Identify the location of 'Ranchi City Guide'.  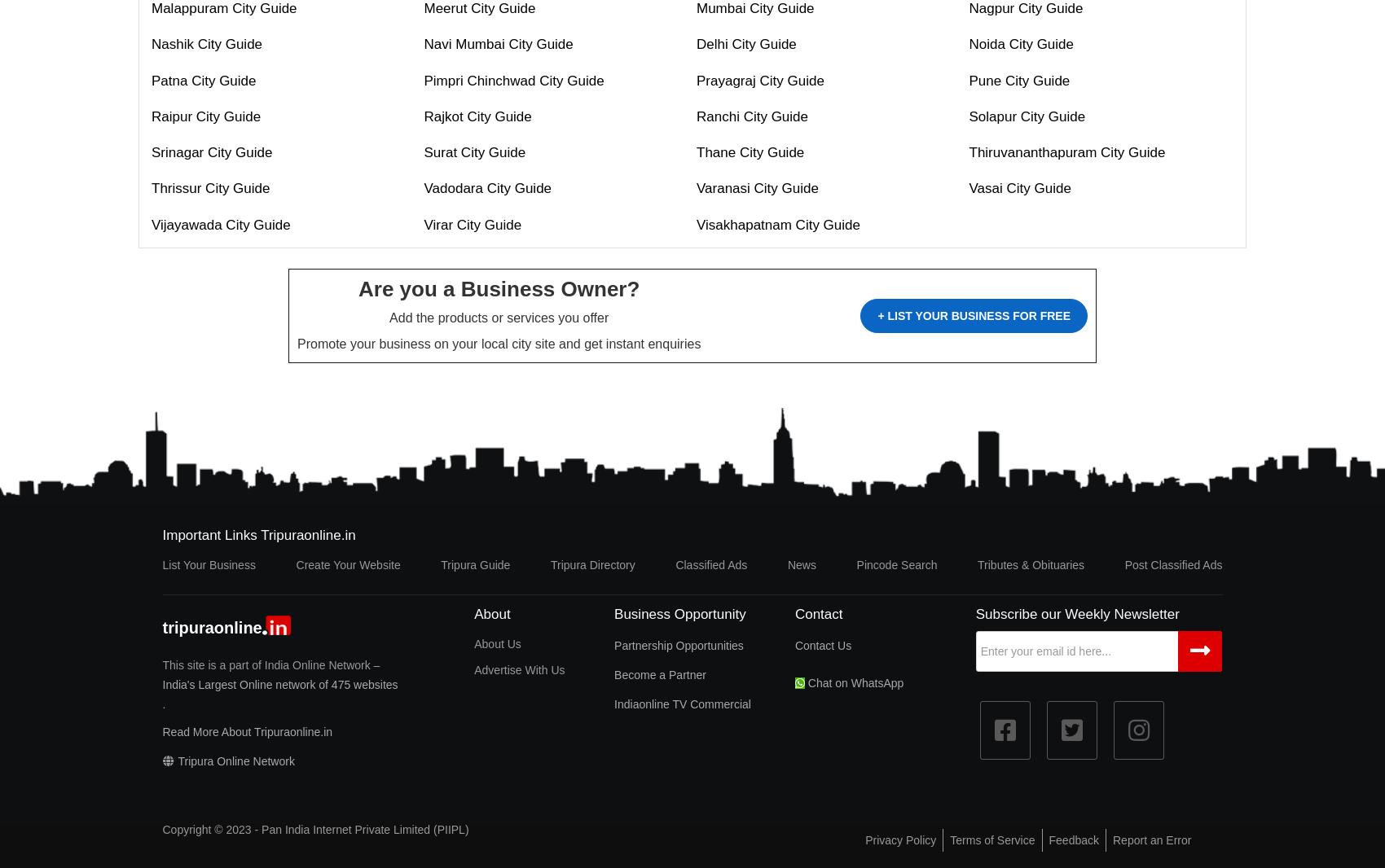
(752, 115).